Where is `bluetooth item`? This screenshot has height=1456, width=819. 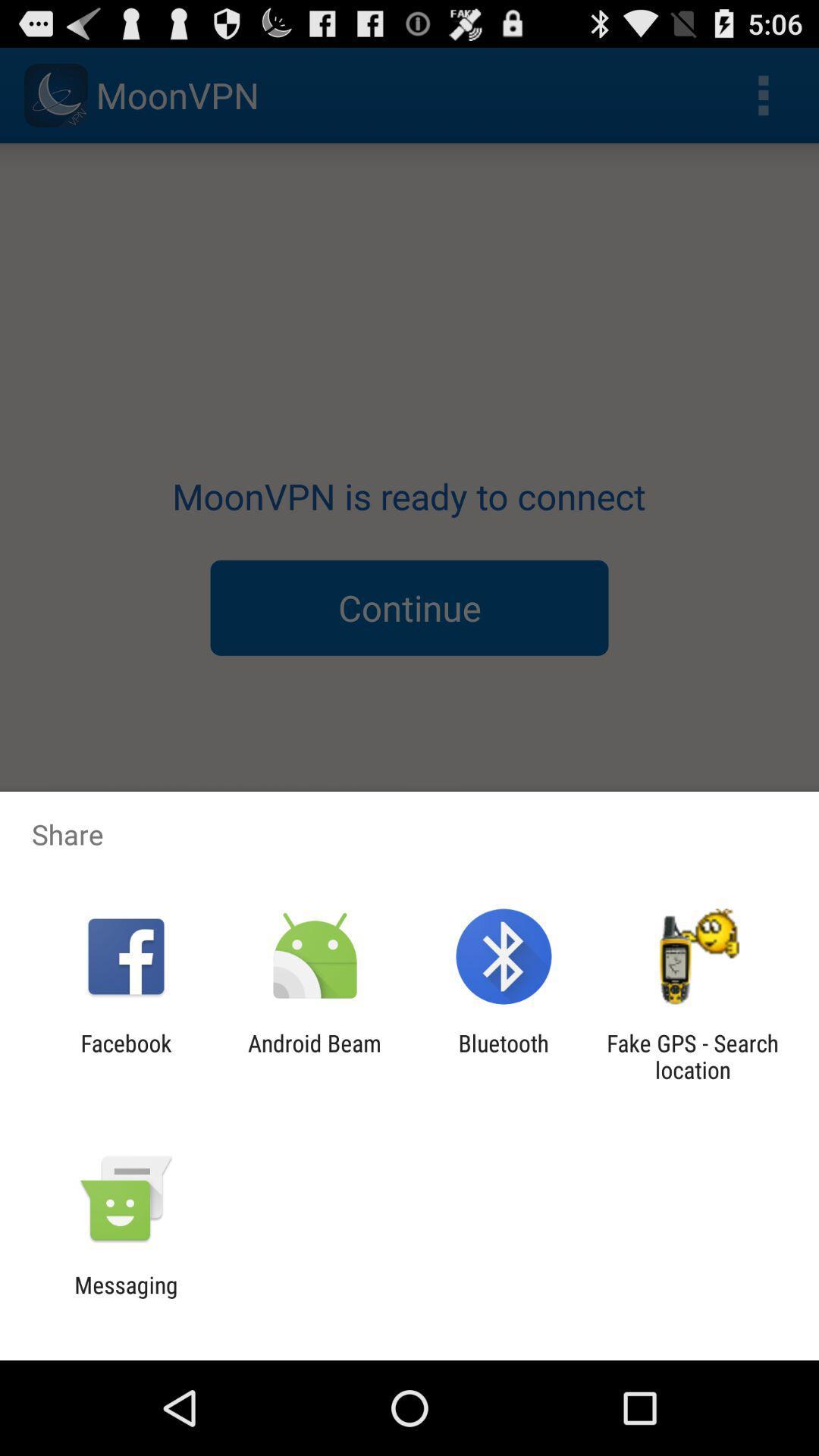 bluetooth item is located at coordinates (504, 1056).